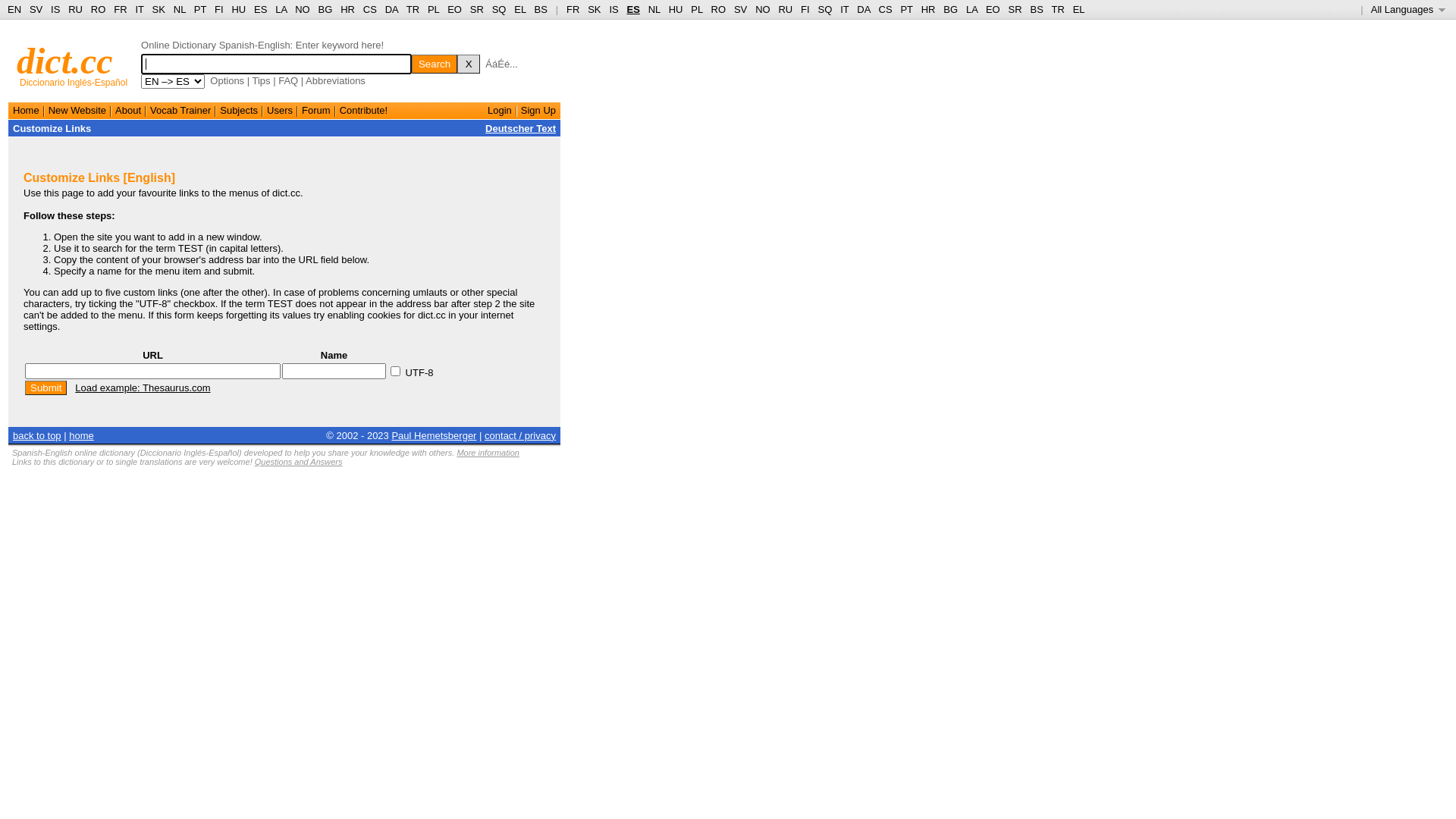  What do you see at coordinates (942, 9) in the screenshot?
I see `'BG'` at bounding box center [942, 9].